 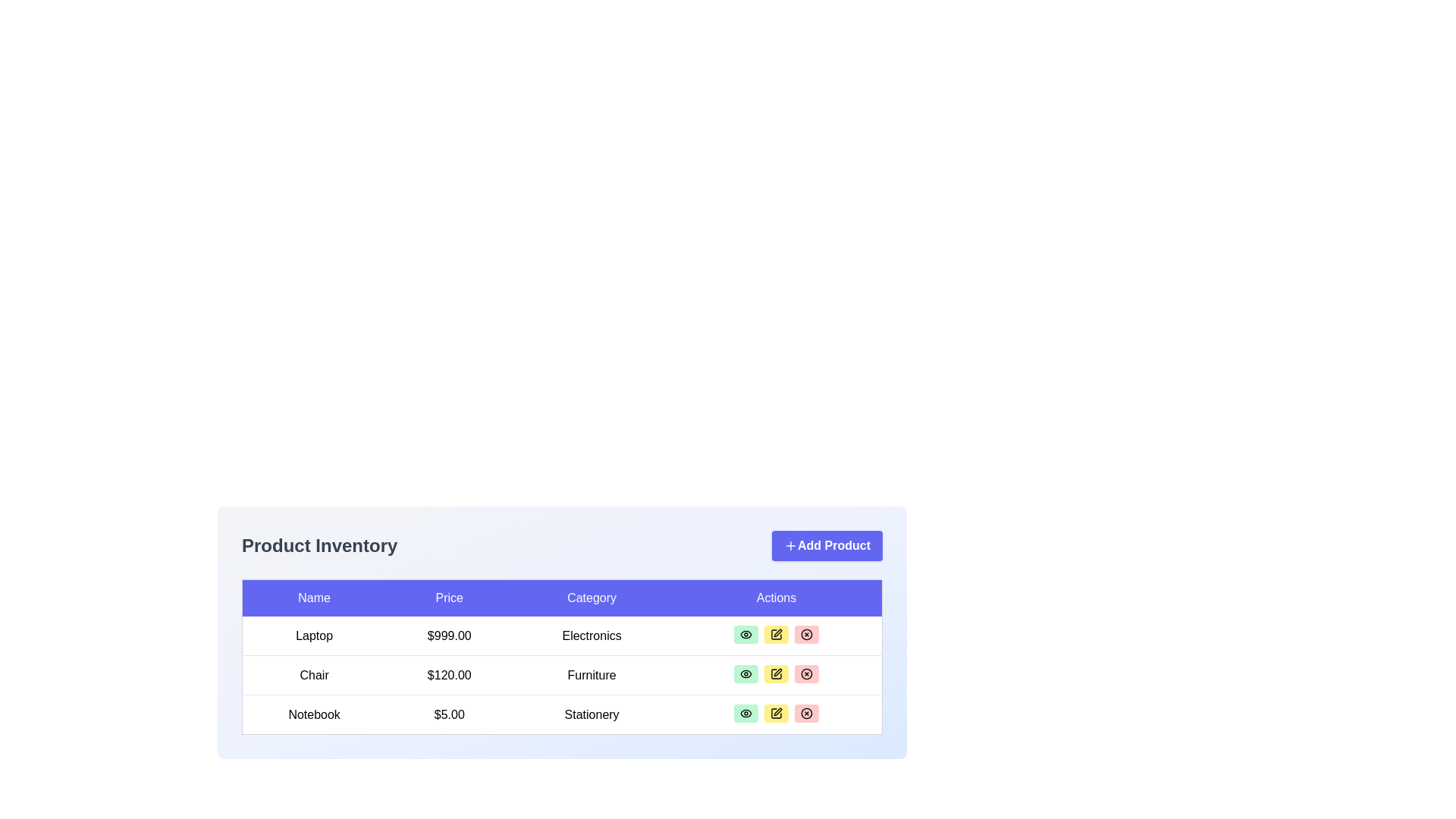 I want to click on the second row of the 'Product Inventory' table, so click(x=561, y=674).